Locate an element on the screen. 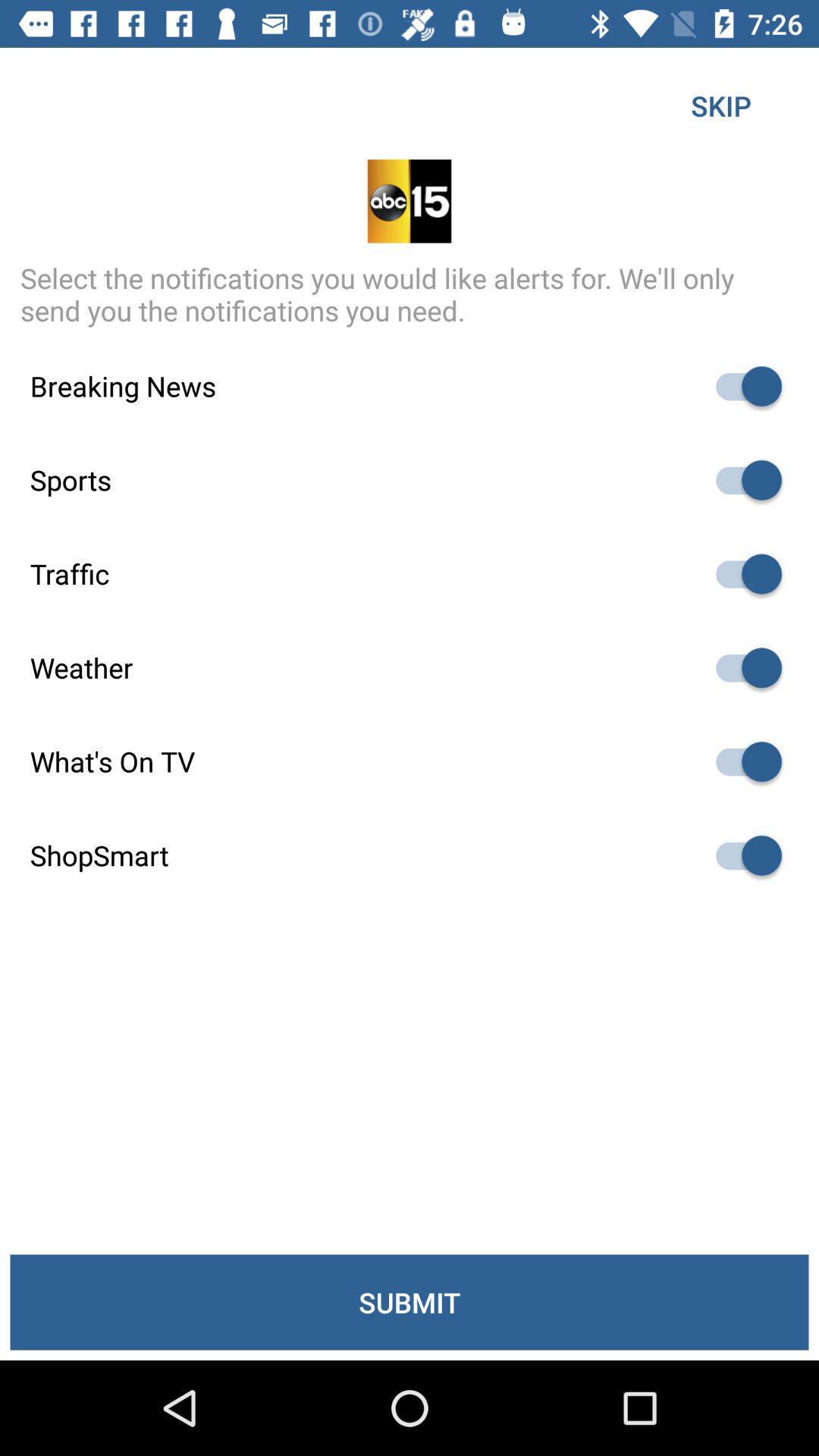 This screenshot has height=1456, width=819. breaking news is located at coordinates (741, 386).